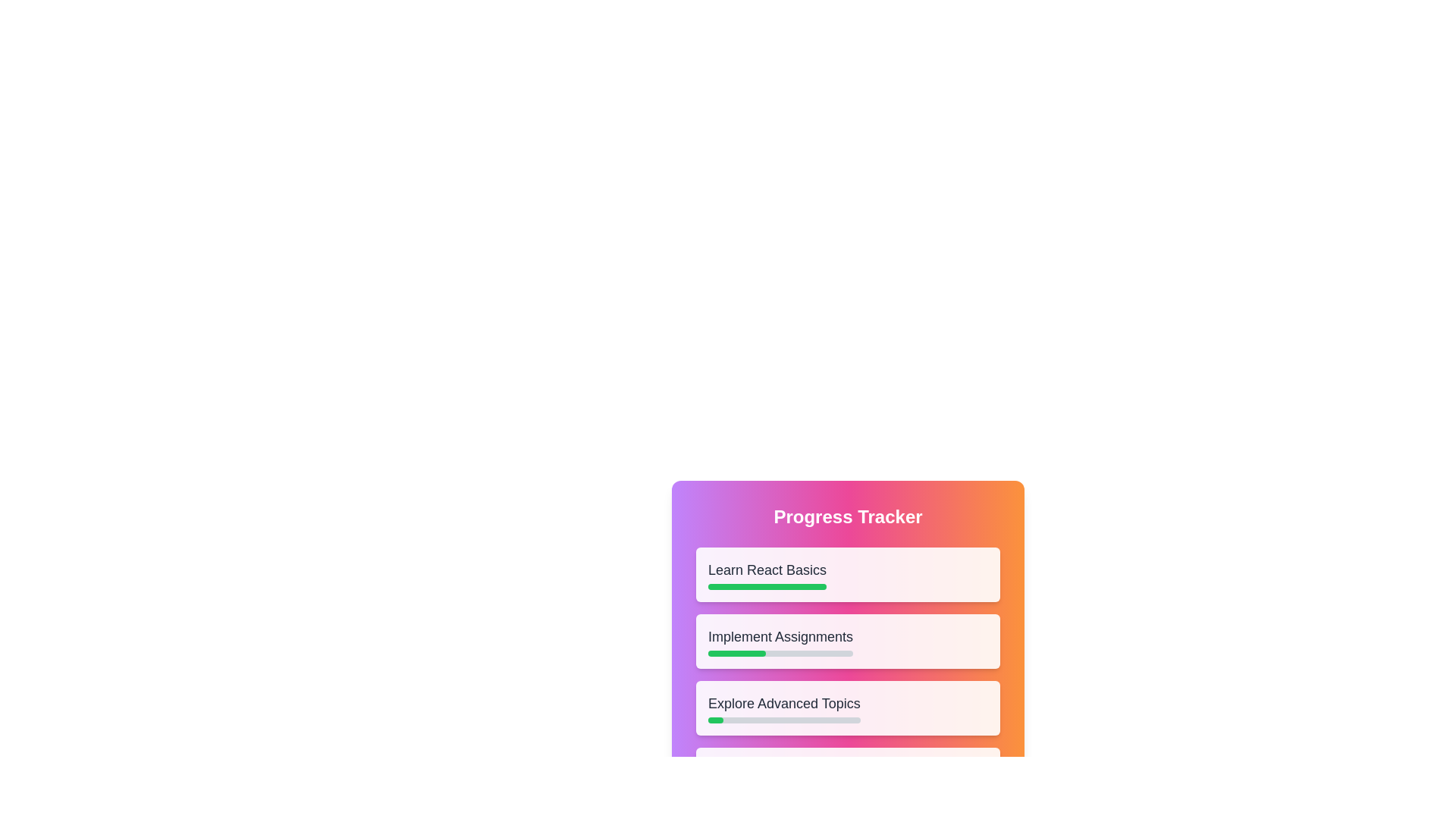 This screenshot has height=819, width=1456. Describe the element at coordinates (847, 641) in the screenshot. I see `the task Implement Assignments to open the context menu` at that location.